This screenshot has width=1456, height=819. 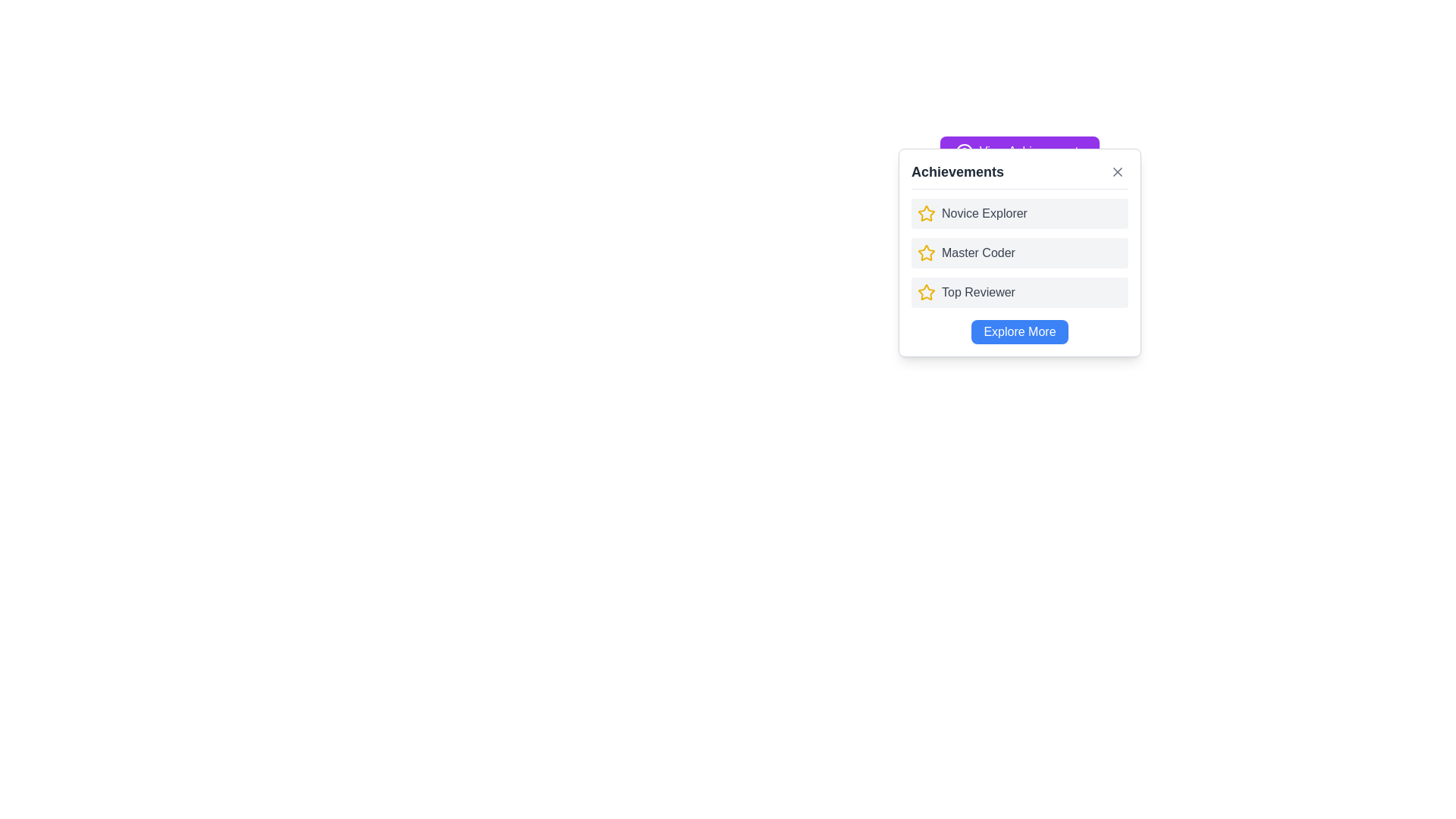 I want to click on text label for the achievement titled 'Novice Explorer', which is the first entry in the achievements panel, positioned to the right of a yellow star icon, so click(x=984, y=213).